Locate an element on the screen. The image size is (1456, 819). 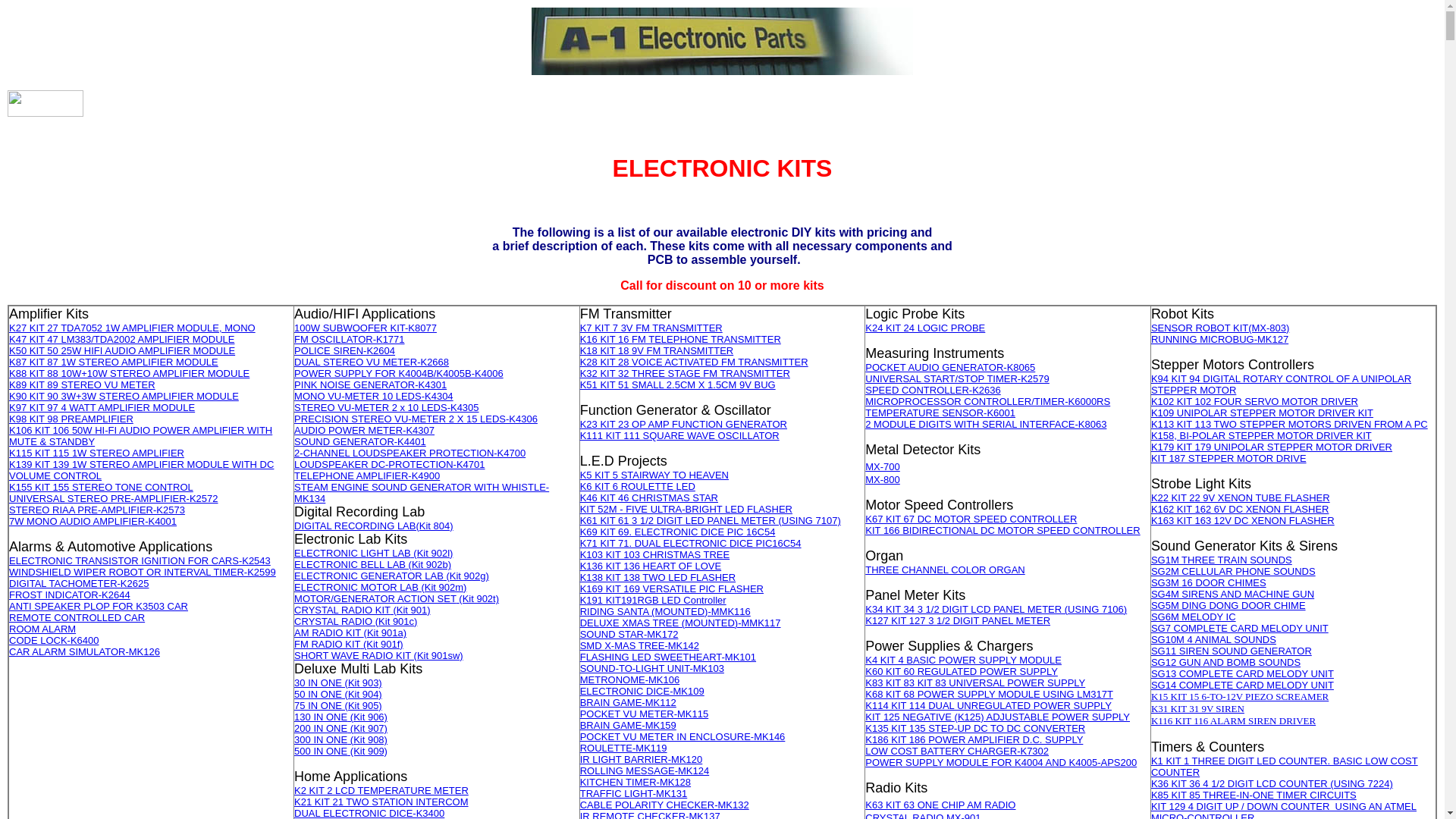
'RUNNING MICROBUG-MK127' is located at coordinates (1219, 338).